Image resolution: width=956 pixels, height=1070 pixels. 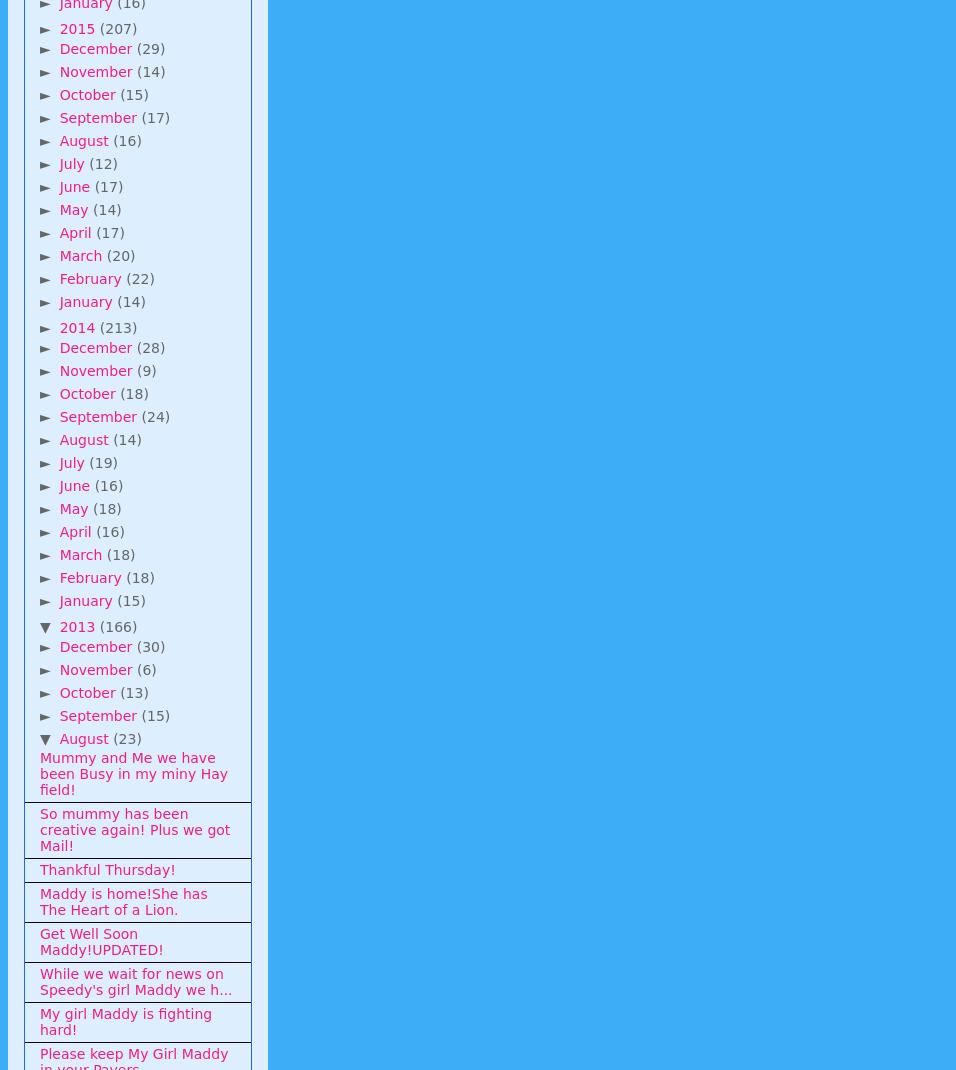 I want to click on '(166)', so click(x=116, y=627).